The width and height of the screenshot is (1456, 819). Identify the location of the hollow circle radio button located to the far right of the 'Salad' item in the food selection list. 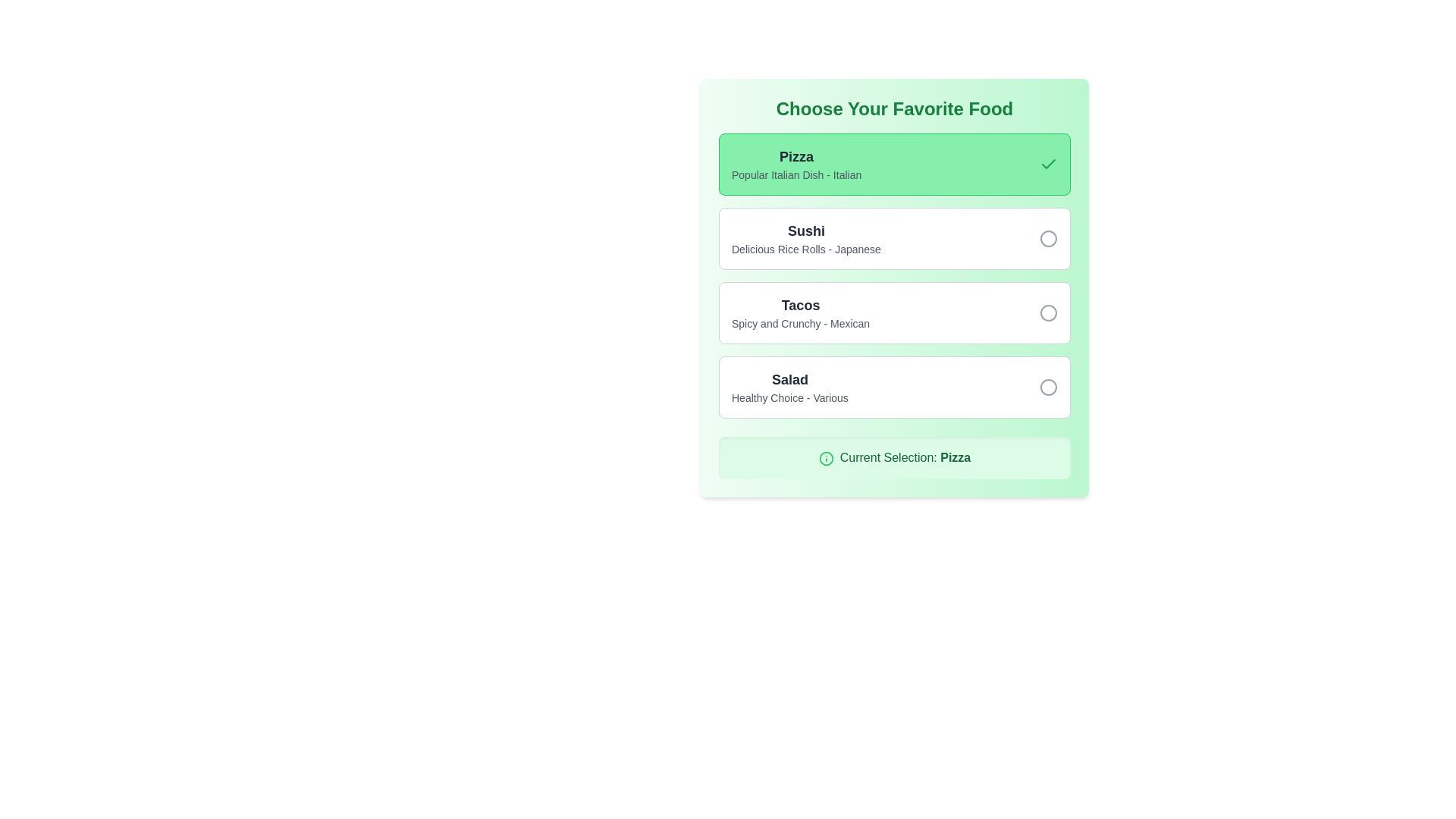
(1047, 386).